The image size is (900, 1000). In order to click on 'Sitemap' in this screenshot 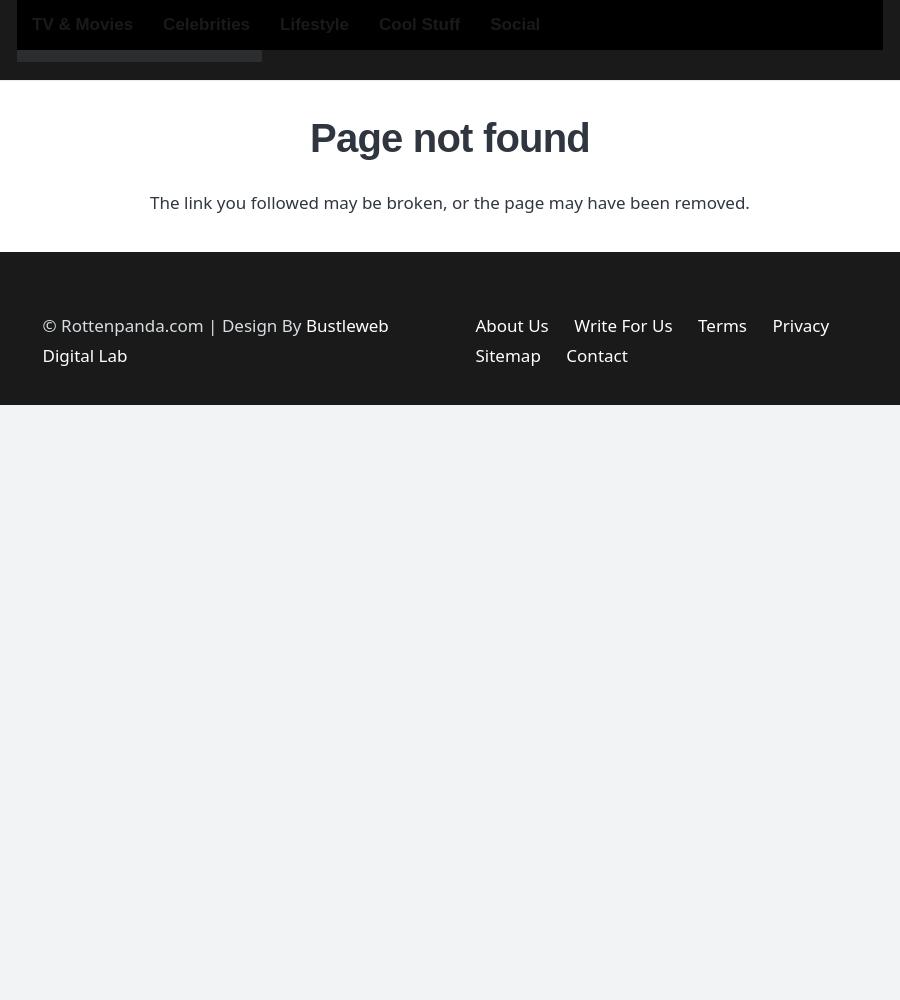, I will do `click(506, 354)`.